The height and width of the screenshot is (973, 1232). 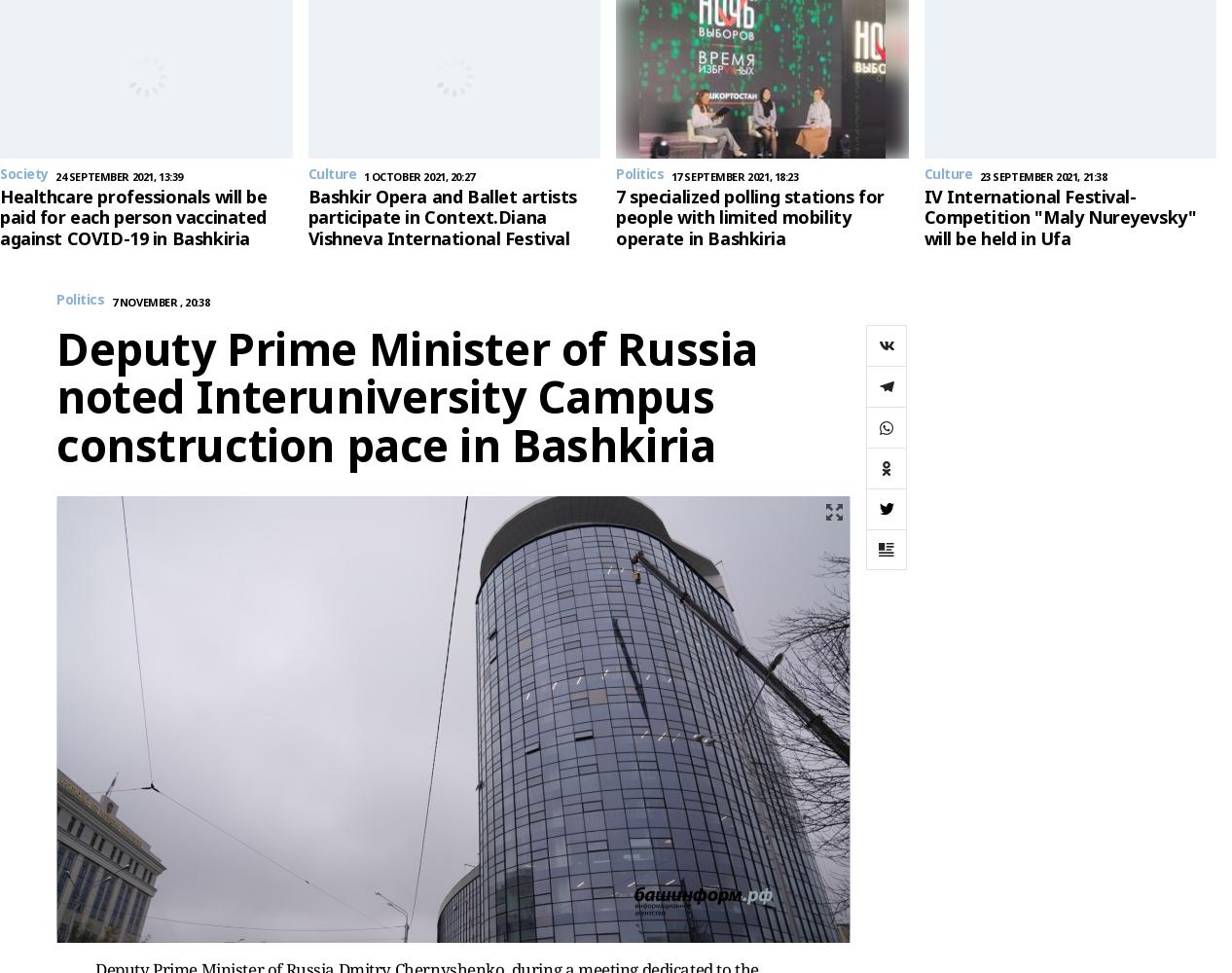 I want to click on '7 November , 20:38', so click(x=160, y=301).